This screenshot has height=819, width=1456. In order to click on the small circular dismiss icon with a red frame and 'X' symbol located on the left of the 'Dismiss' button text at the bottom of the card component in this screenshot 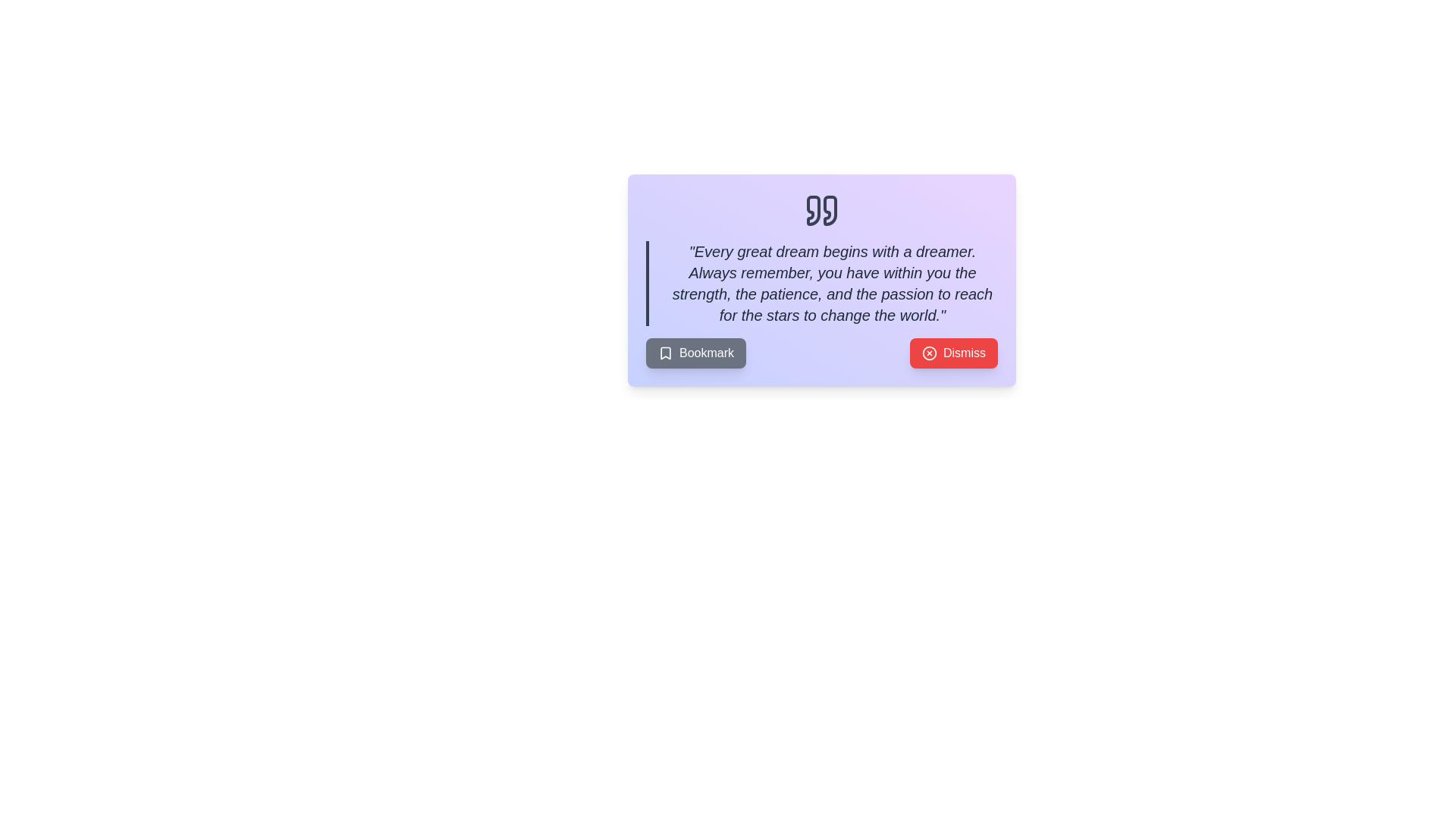, I will do `click(928, 353)`.